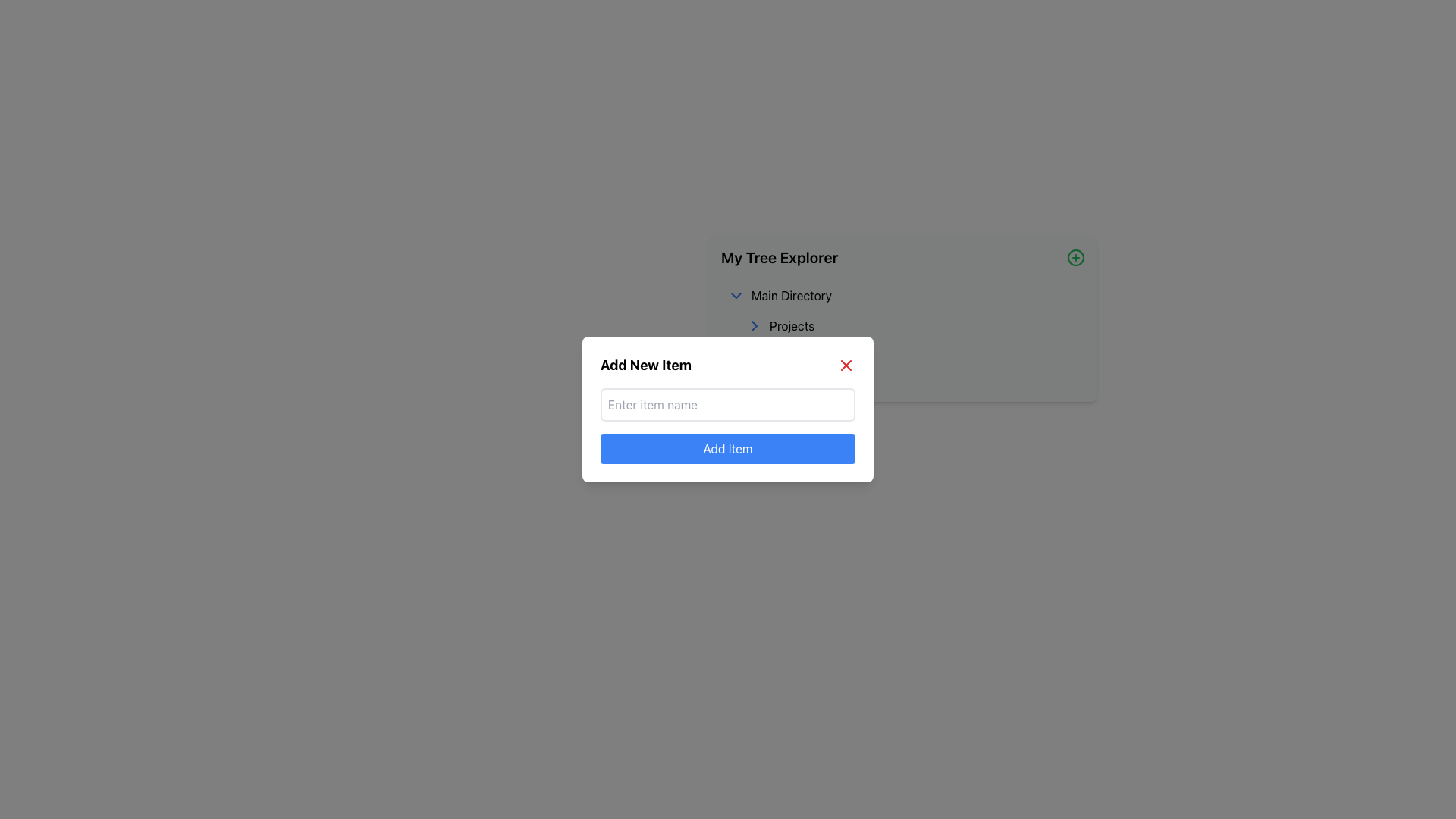 Image resolution: width=1456 pixels, height=819 pixels. Describe the element at coordinates (754, 325) in the screenshot. I see `the rightward-pointing chevron arrow icon located within the 'Projects' subsection of the tree explorer interface by navigating via keyboard or interface` at that location.